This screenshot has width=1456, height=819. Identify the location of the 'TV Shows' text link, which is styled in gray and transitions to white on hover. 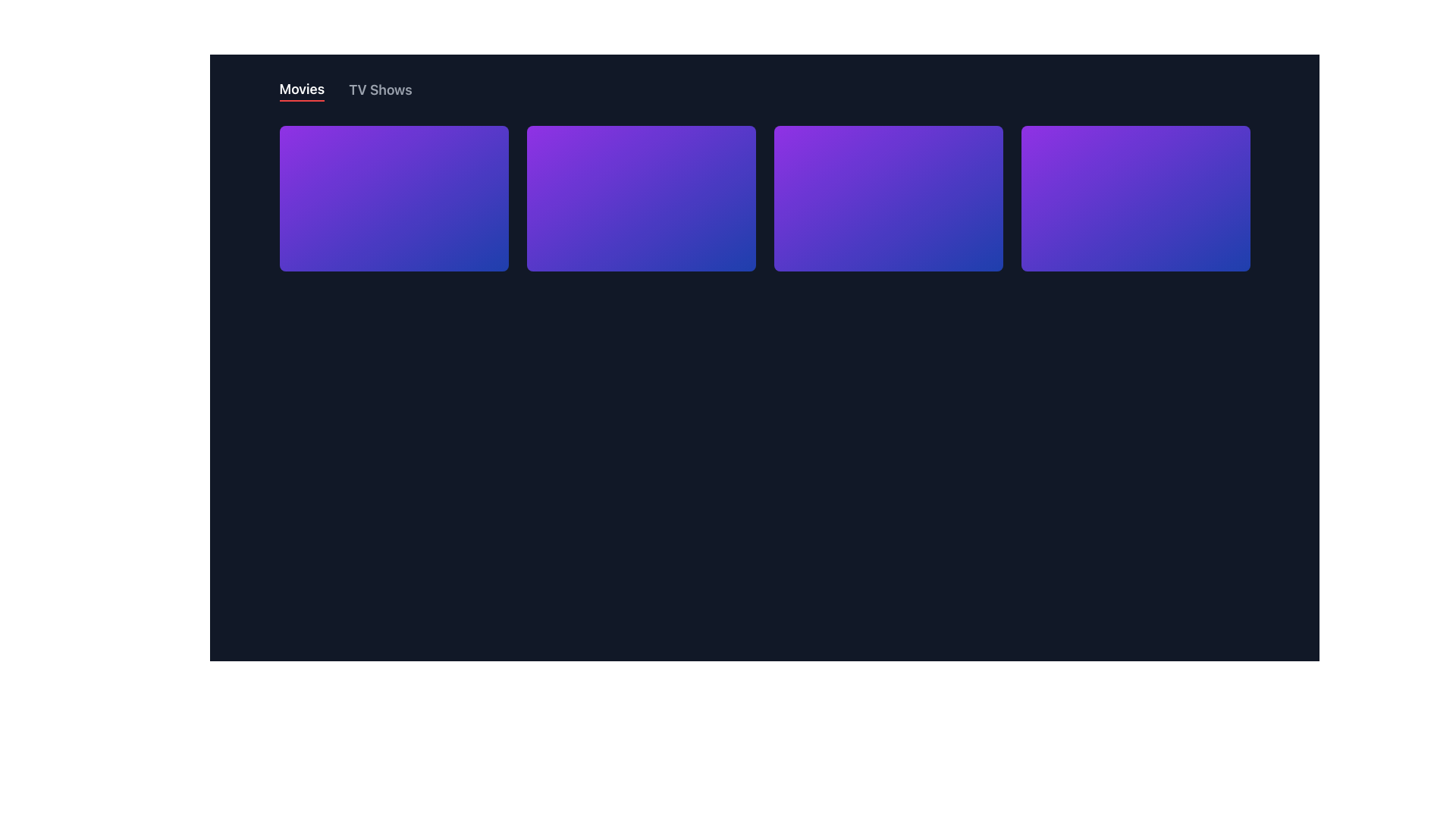
(380, 90).